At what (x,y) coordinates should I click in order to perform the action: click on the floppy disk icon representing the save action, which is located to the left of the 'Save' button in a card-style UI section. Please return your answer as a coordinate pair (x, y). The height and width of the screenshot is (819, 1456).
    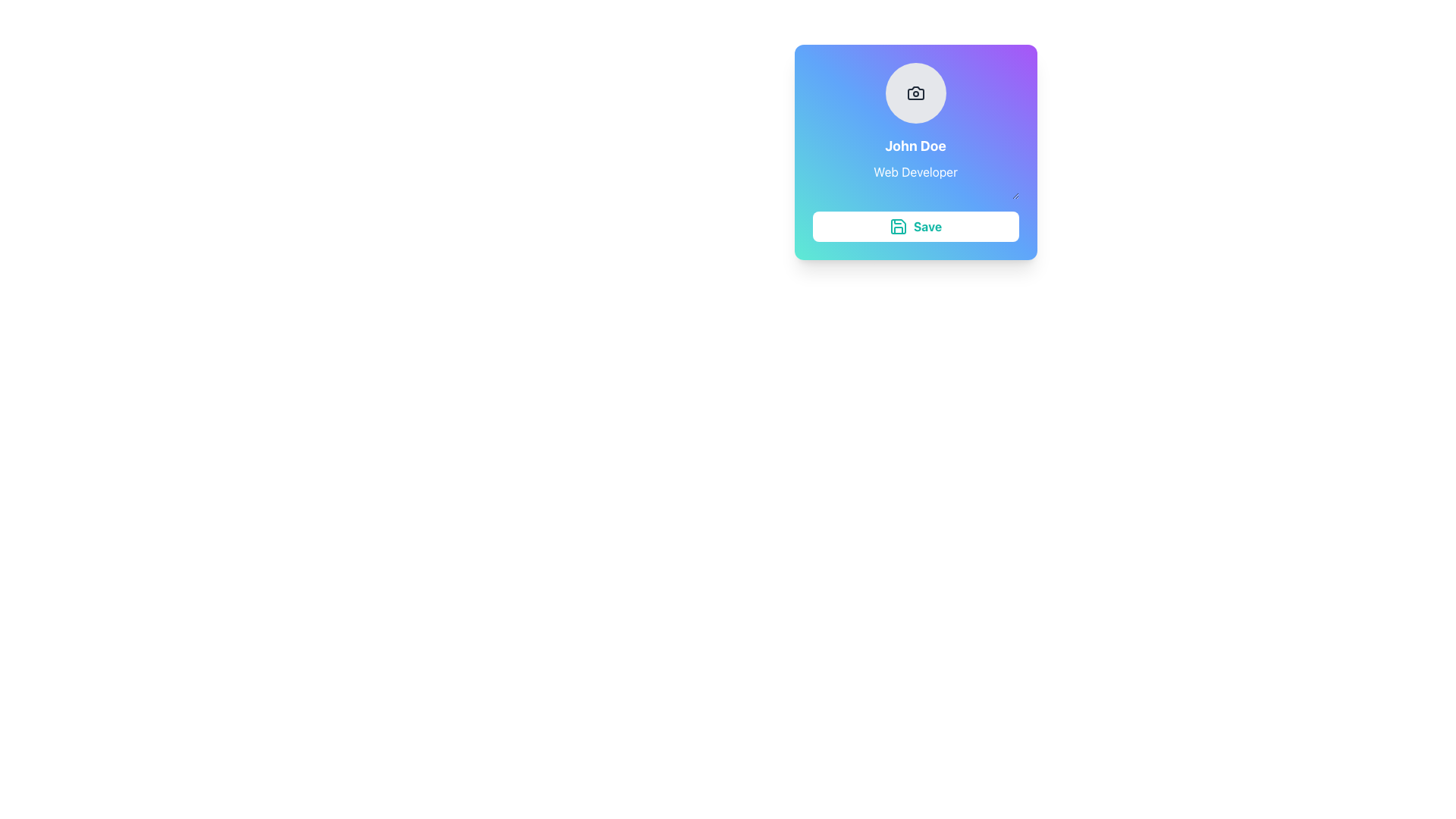
    Looking at the image, I should click on (898, 227).